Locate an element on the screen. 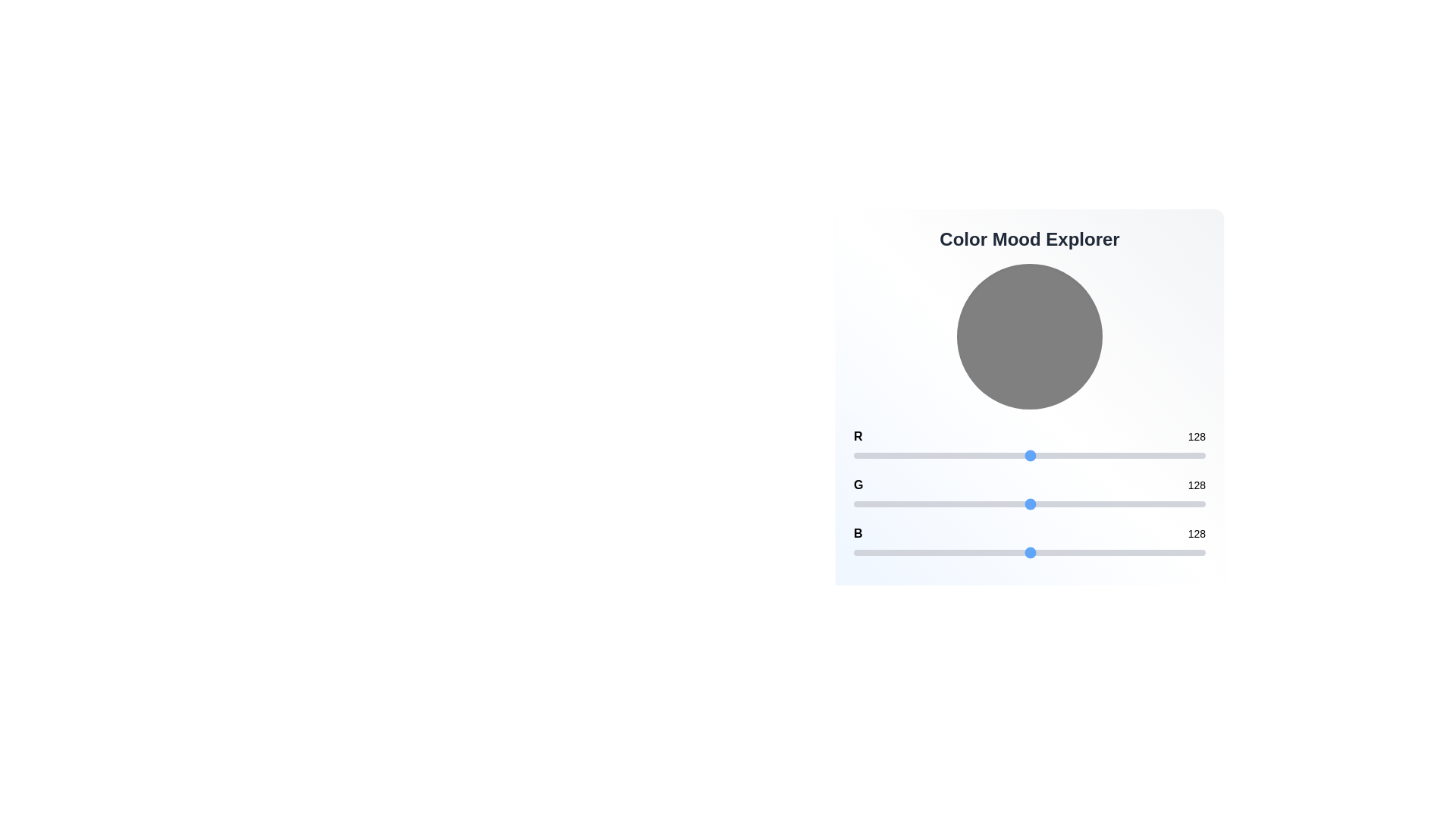 The image size is (1456, 819). the 0 slider to set its value to 215 is located at coordinates (1150, 455).